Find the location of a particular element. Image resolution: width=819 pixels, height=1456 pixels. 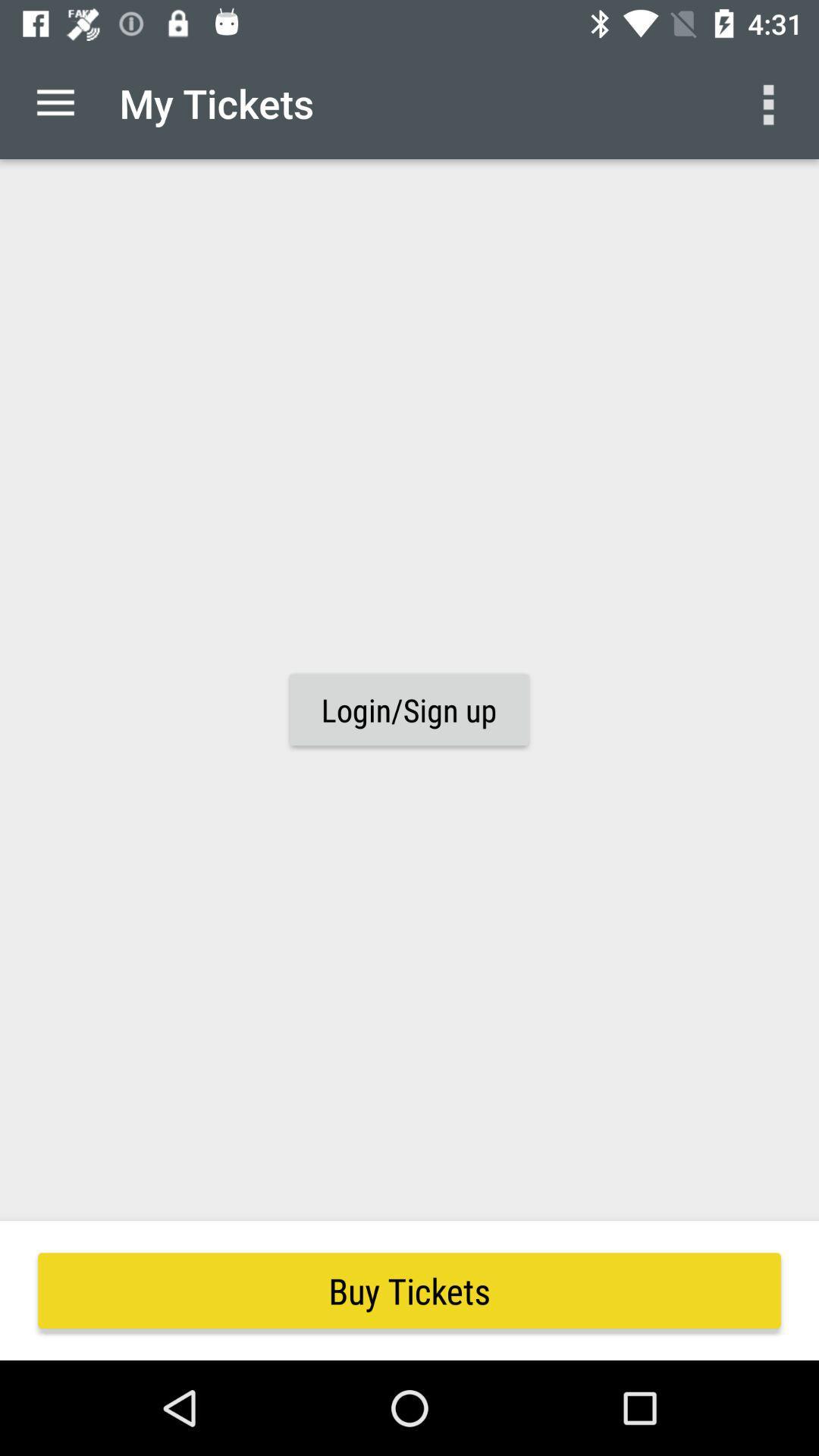

the app below my tickets item is located at coordinates (408, 709).